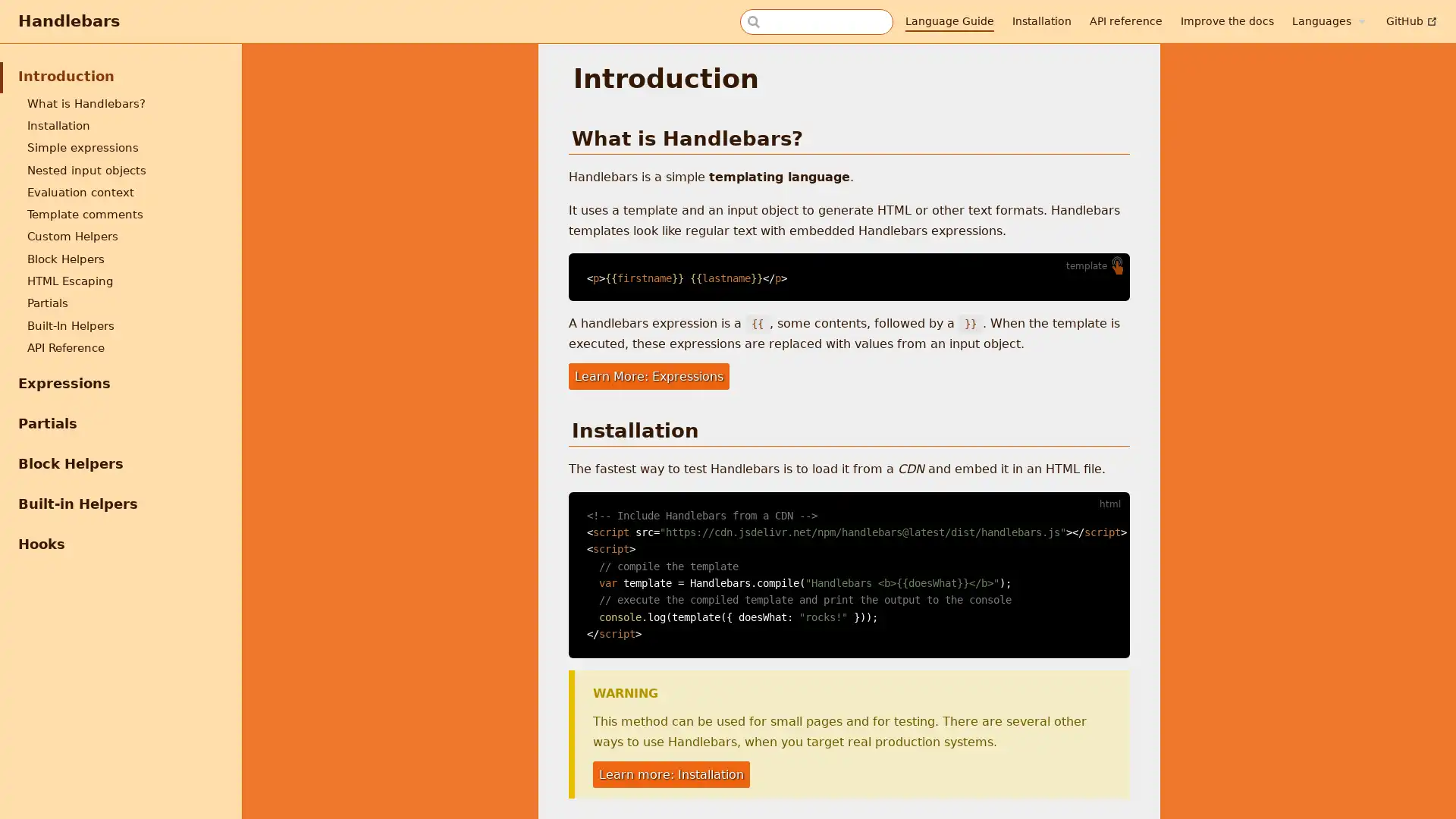 Image resolution: width=1456 pixels, height=819 pixels. I want to click on Languages, so click(1327, 20).